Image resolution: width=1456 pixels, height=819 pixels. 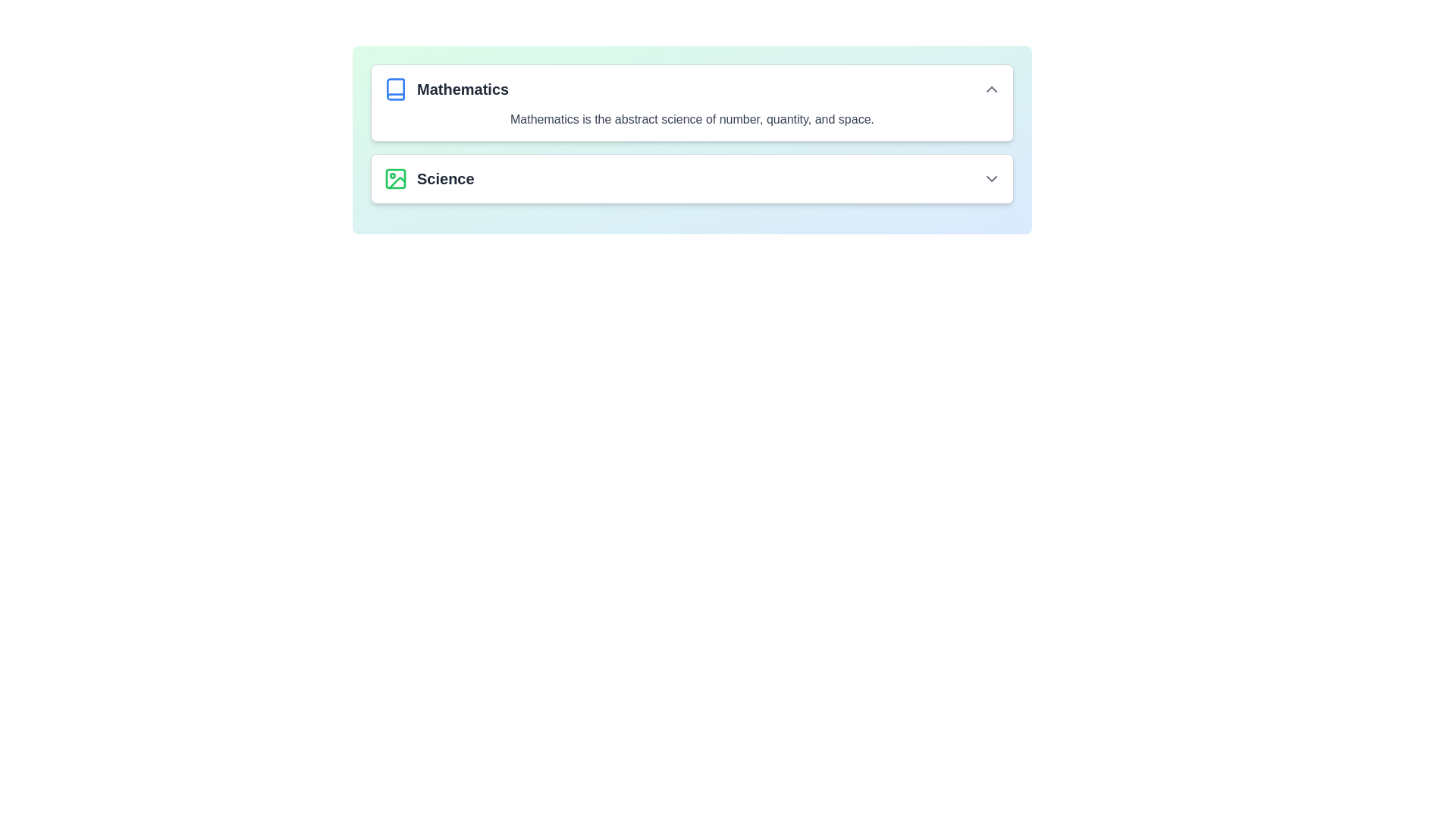 What do you see at coordinates (992, 89) in the screenshot?
I see `the Chevron icon located at the rightmost area of the 'Mathematics' header` at bounding box center [992, 89].